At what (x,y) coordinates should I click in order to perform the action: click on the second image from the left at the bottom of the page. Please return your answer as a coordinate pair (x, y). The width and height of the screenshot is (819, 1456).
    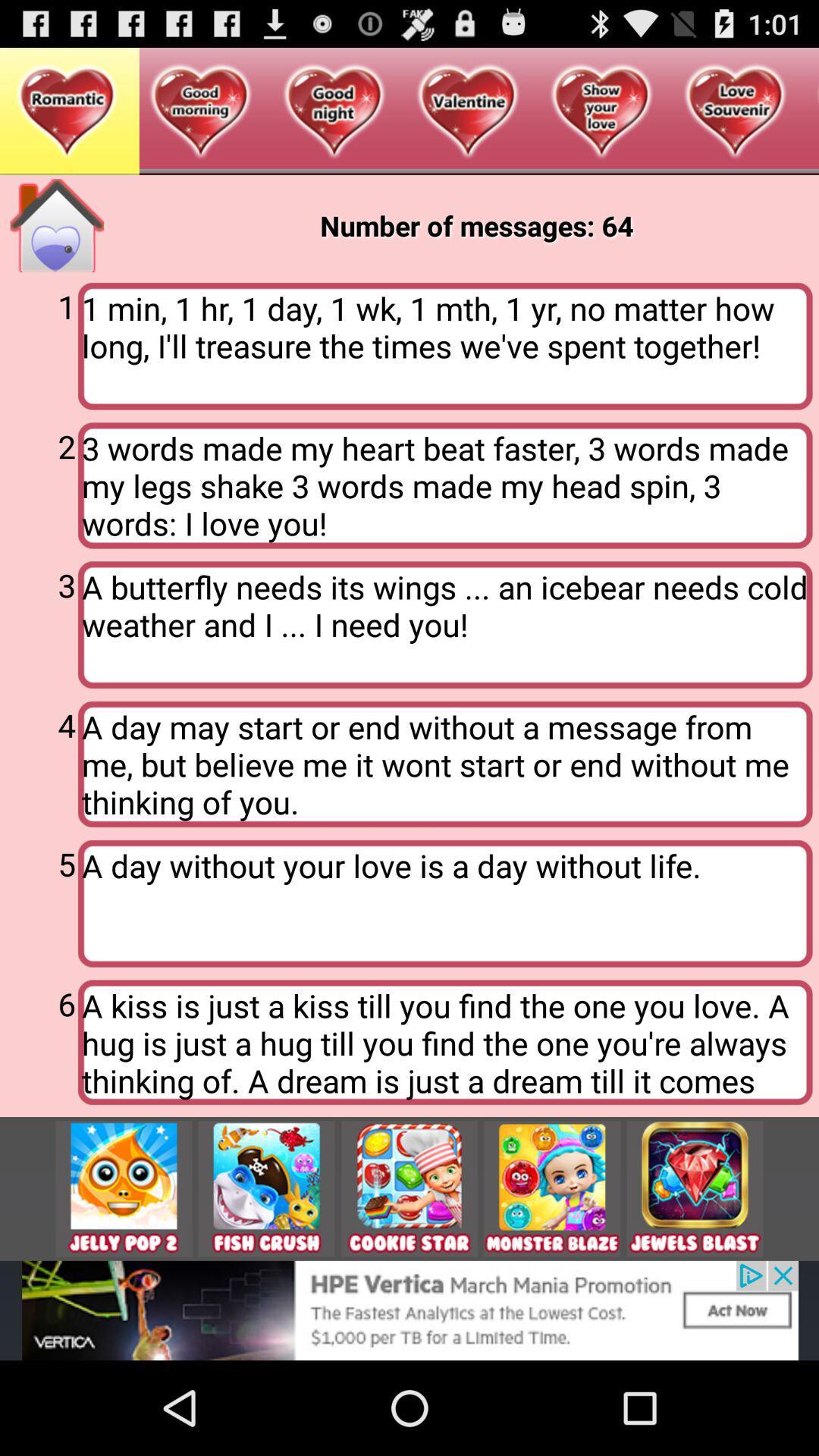
    Looking at the image, I should click on (265, 1188).